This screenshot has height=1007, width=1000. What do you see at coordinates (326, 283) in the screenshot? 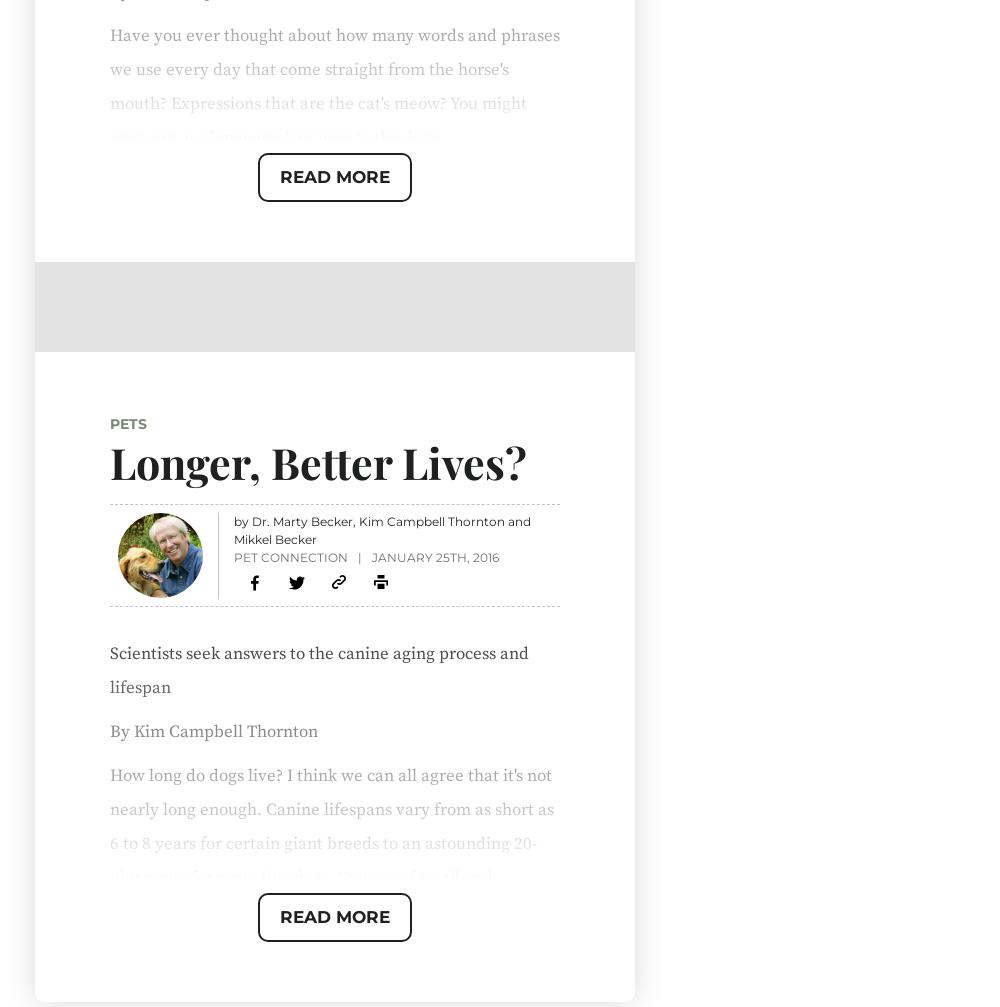
I see `'Animal-related terms are delightfully descriptive. Some are built upon animal characteristics -- eagle-eyed, bird-brained, dog-eared -- irrespective of accuracy (birds are actually pretty darn smart). Others come to us from languages such as Greek, Latin or Icelandic. Learning about their origins is fascinating. Here are some fun facts about pet phrases and how they came to be.'` at bounding box center [326, 283].